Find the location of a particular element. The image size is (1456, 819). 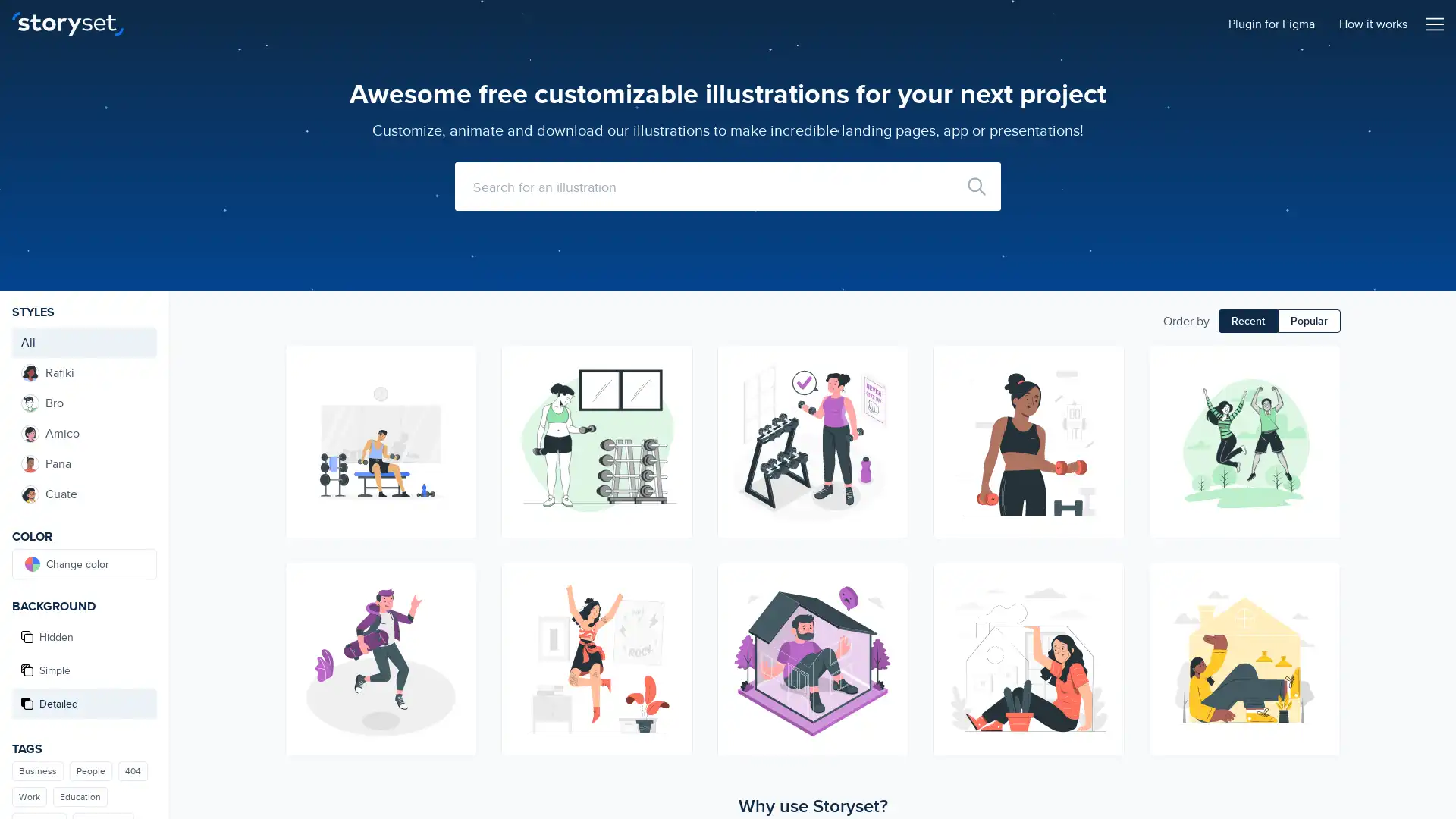

download icon Download is located at coordinates (1320, 391).